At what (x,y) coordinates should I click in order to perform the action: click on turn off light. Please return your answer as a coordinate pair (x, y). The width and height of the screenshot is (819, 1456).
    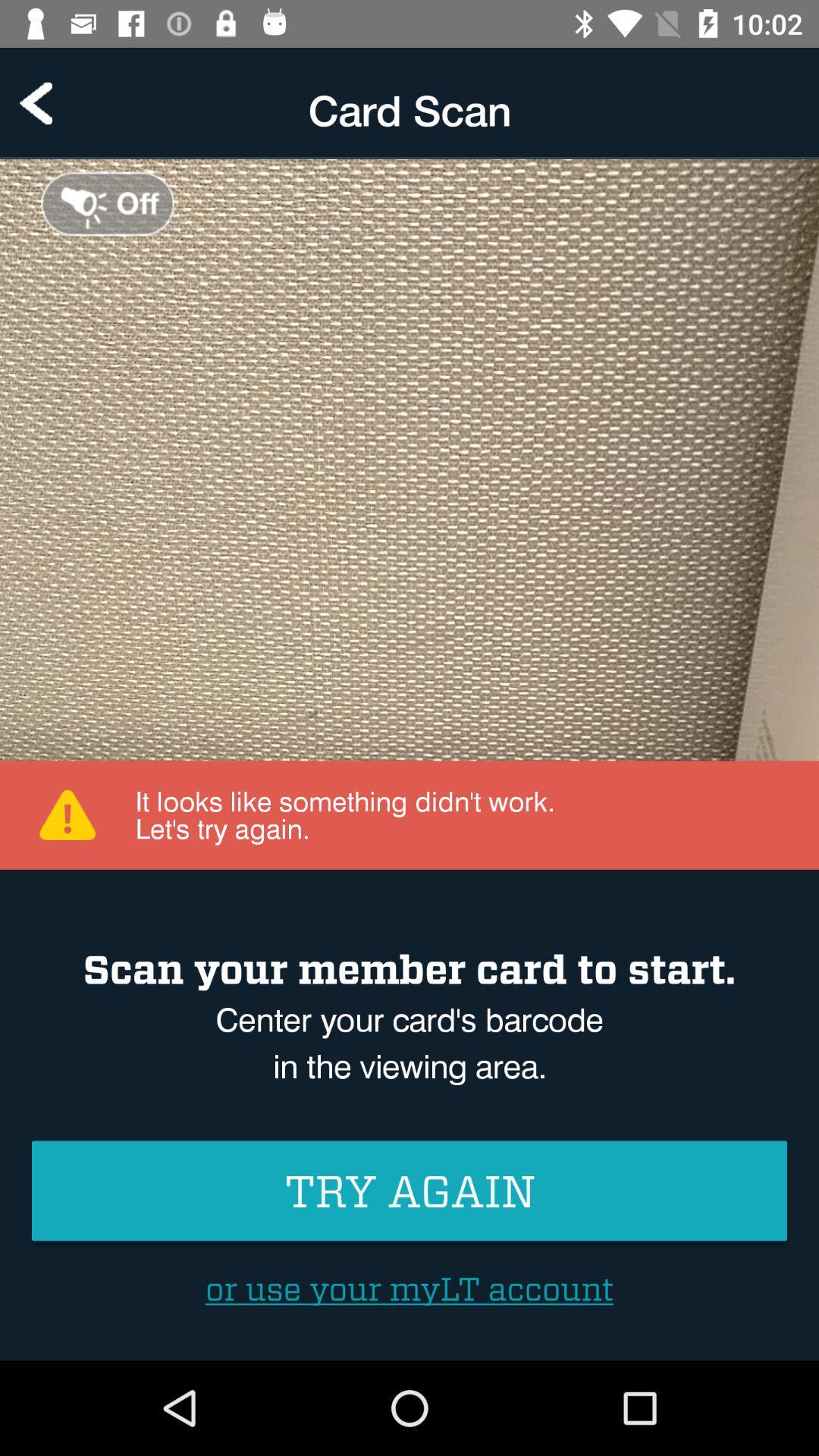
    Looking at the image, I should click on (107, 203).